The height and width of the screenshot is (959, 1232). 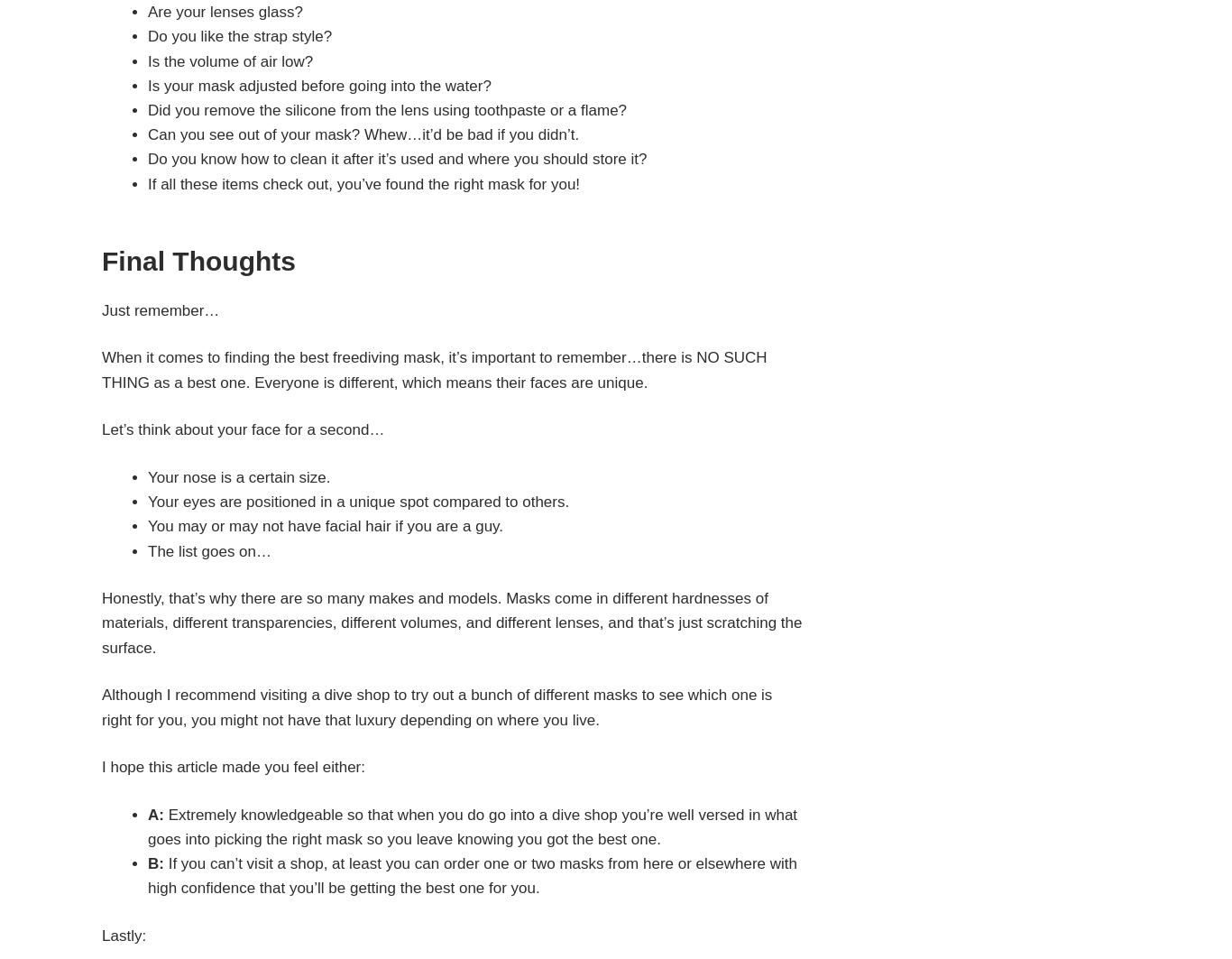 What do you see at coordinates (437, 705) in the screenshot?
I see `'Although I recommend visiting a dive shop to try out a bunch of different masks to see which one is right for you, you might not have that luxury depending on where you live.'` at bounding box center [437, 705].